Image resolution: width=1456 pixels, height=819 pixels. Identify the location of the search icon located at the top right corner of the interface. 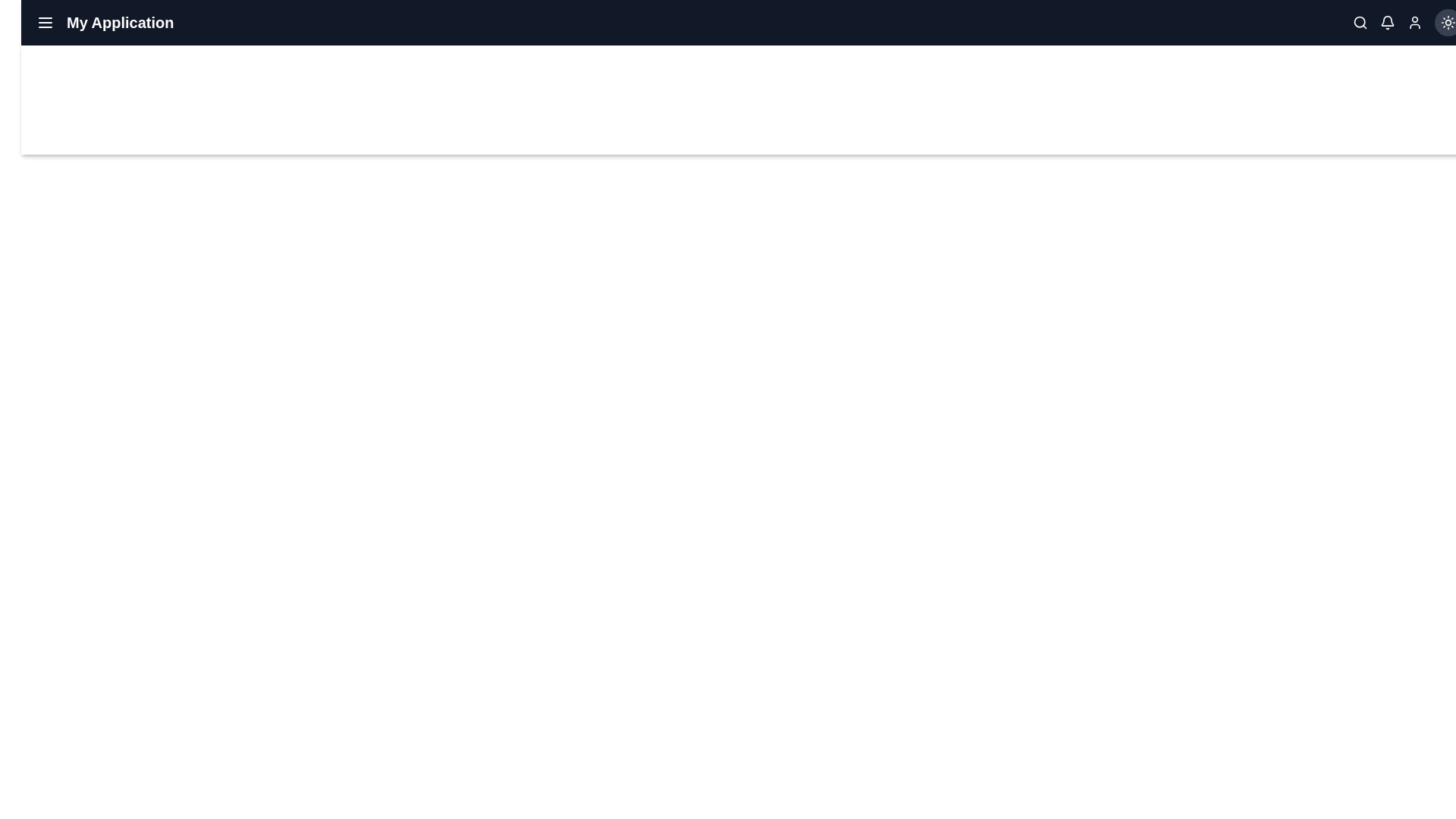
(1360, 23).